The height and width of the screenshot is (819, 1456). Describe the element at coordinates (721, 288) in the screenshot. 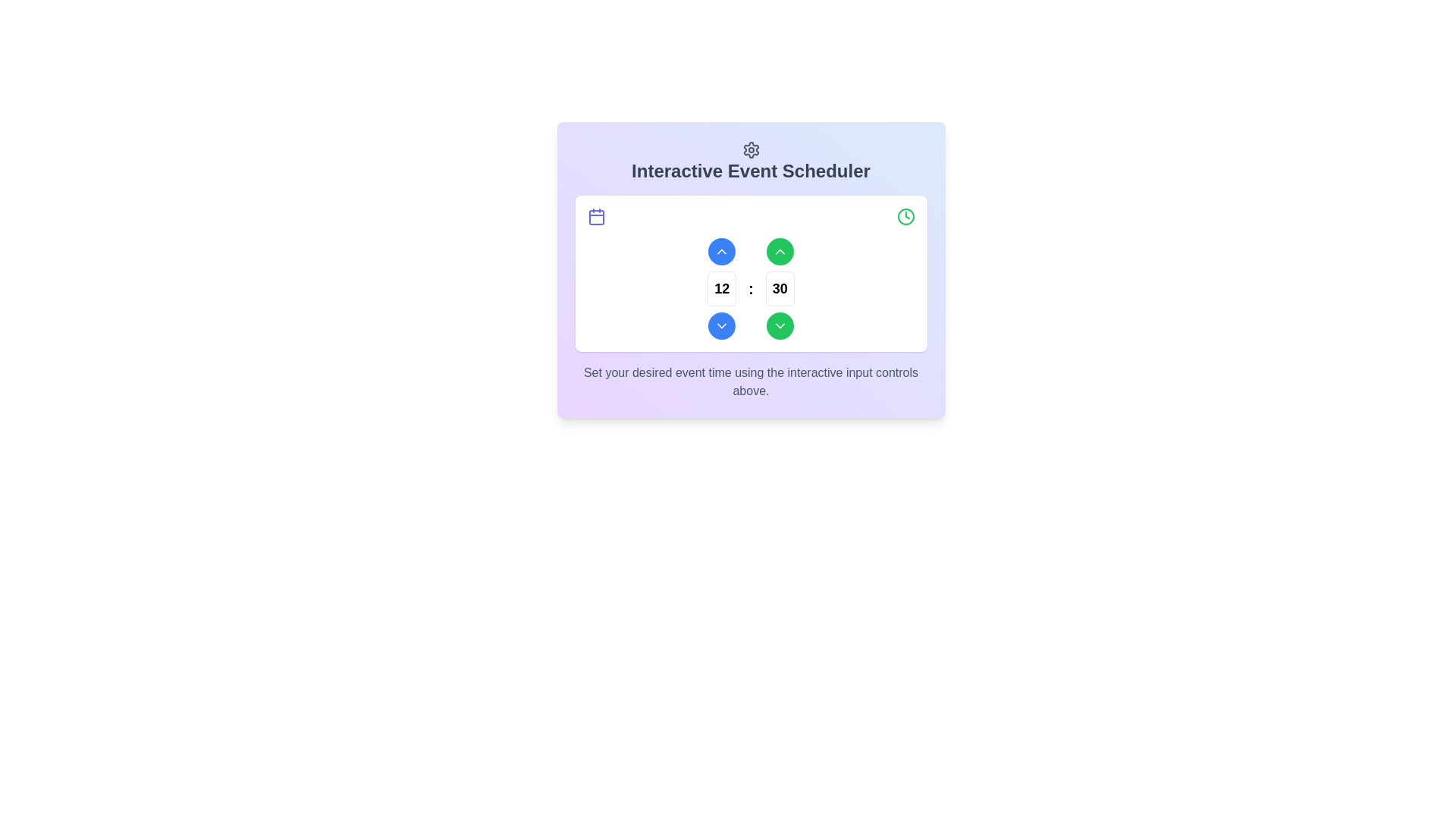

I see `the non-interactive label that displays the current hour value for time selection, located in the event time scheduler section, beneath an upward-pointing icon button and above a downward-pointing icon button` at that location.